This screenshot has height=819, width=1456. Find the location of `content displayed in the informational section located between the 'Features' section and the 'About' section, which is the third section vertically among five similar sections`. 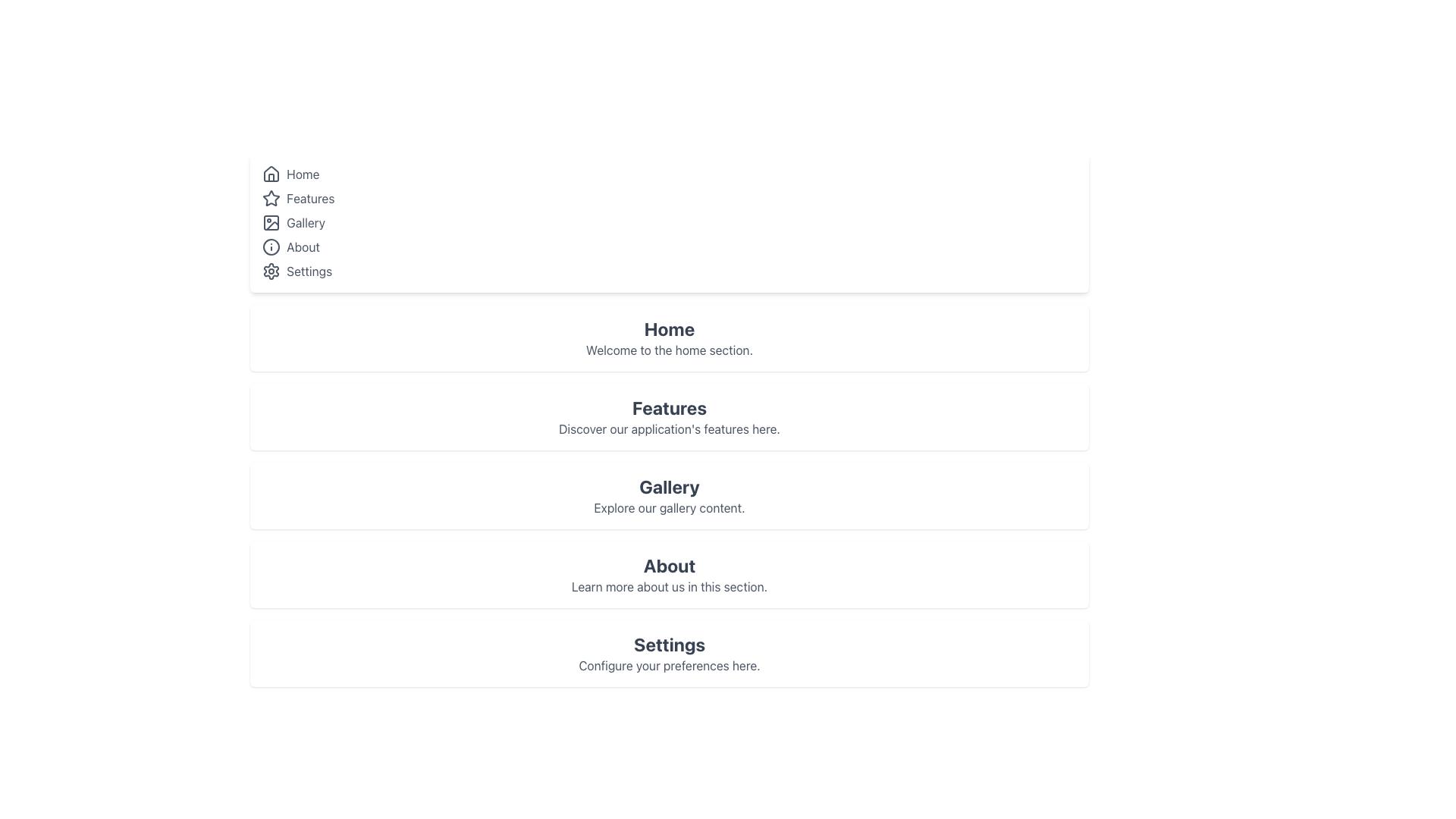

content displayed in the informational section located between the 'Features' section and the 'About' section, which is the third section vertically among five similar sections is located at coordinates (669, 496).